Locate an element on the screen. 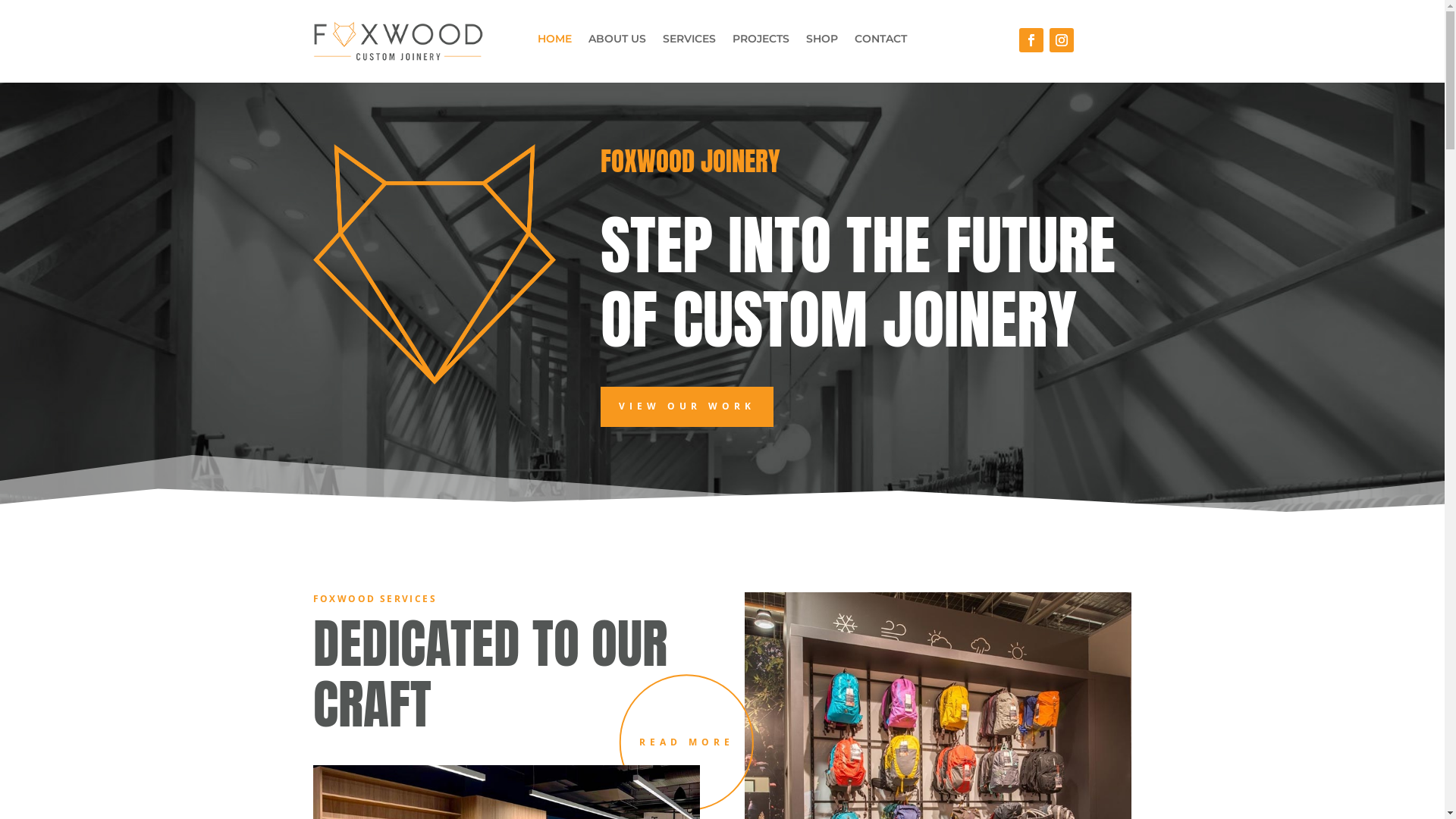  'Follow on Facebook' is located at coordinates (1031, 39).